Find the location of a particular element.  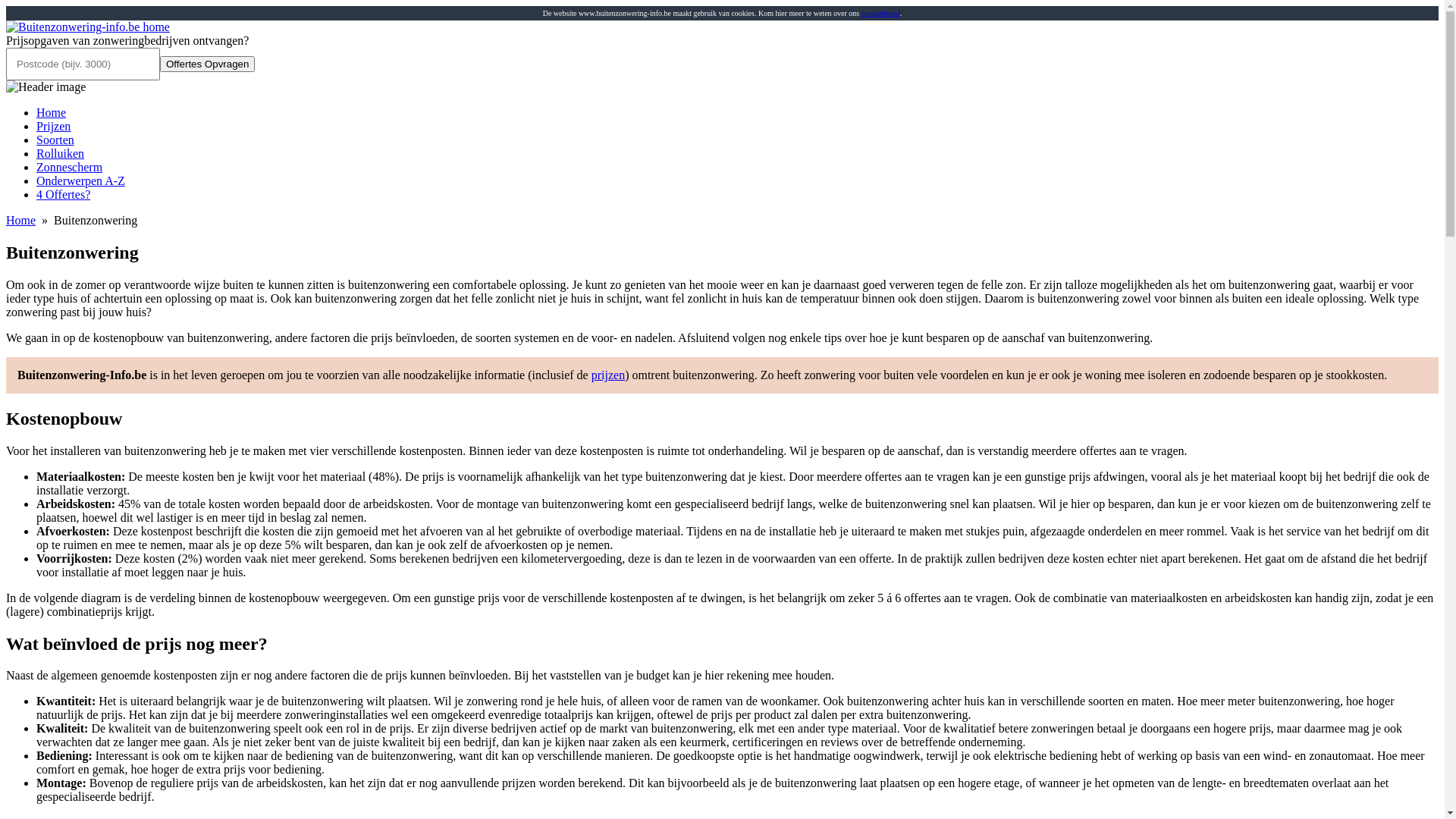

'Offertes Opvragen' is located at coordinates (206, 63).